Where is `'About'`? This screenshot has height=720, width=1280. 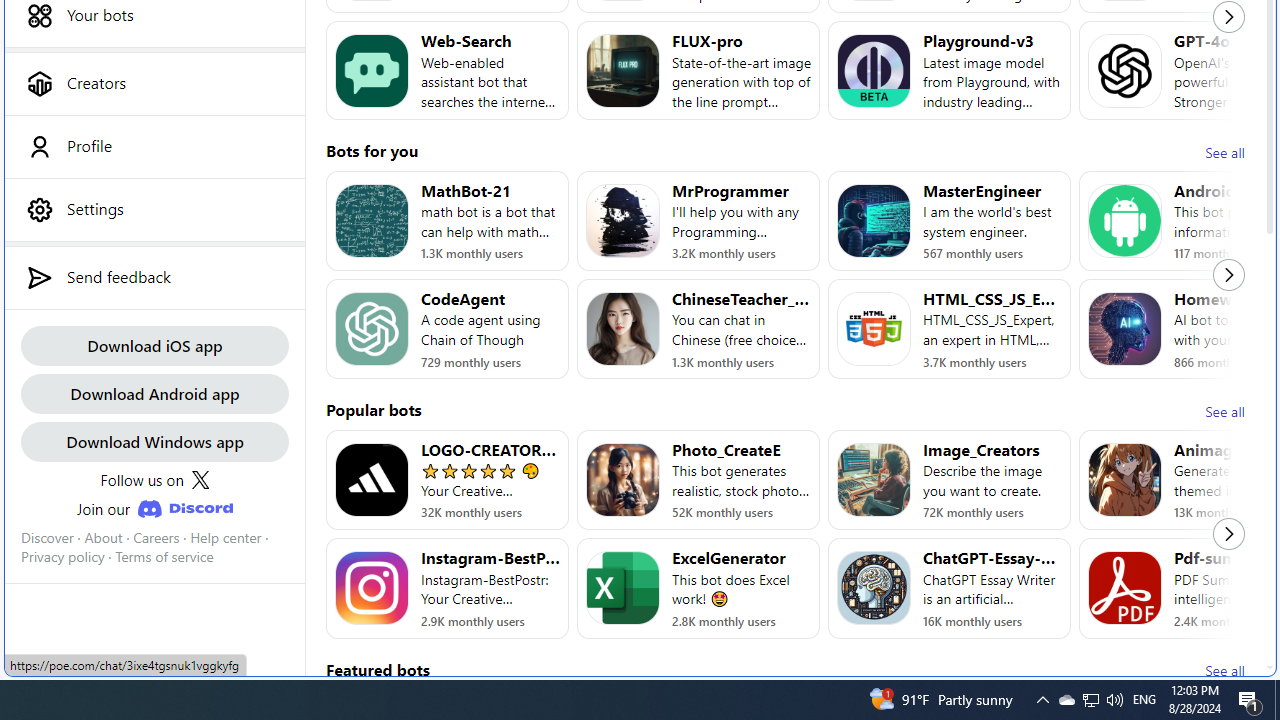
'About' is located at coordinates (102, 536).